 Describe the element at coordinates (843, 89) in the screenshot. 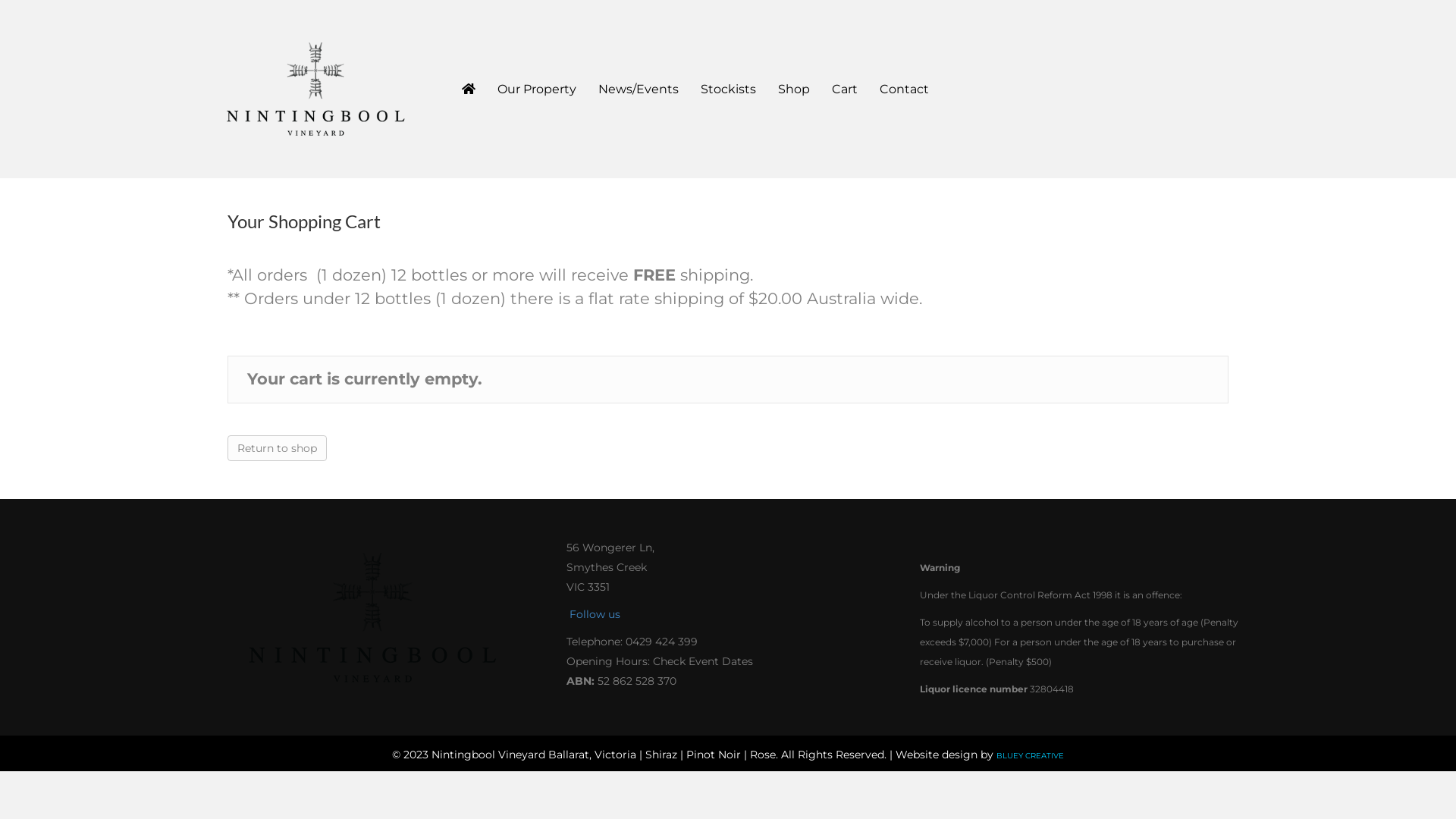

I see `'Cart'` at that location.